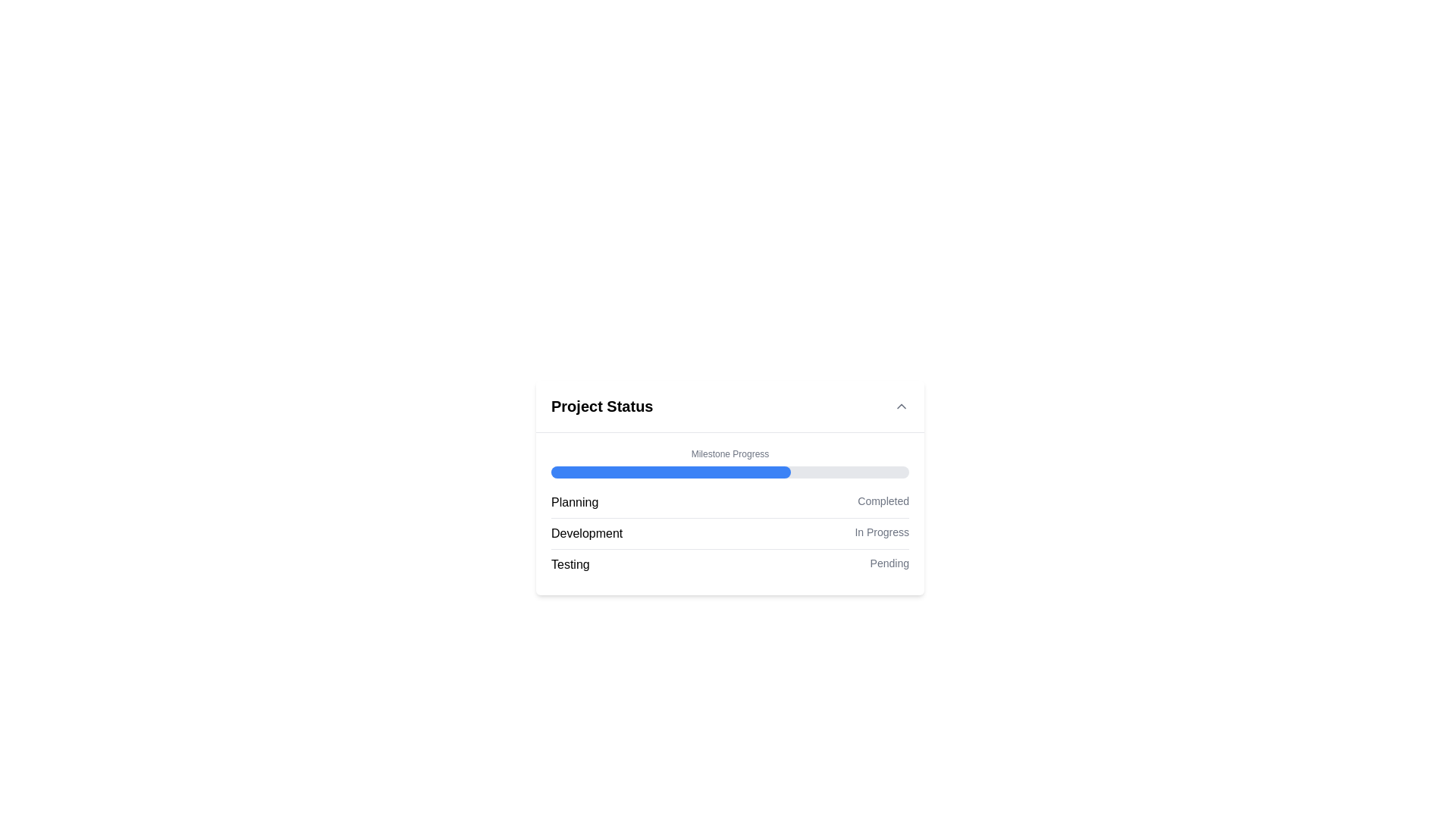 The height and width of the screenshot is (819, 1456). I want to click on the progress visually by interacting with the progress bar located below the 'Milestone Progress' label in the 'Project Status' section, so click(730, 472).